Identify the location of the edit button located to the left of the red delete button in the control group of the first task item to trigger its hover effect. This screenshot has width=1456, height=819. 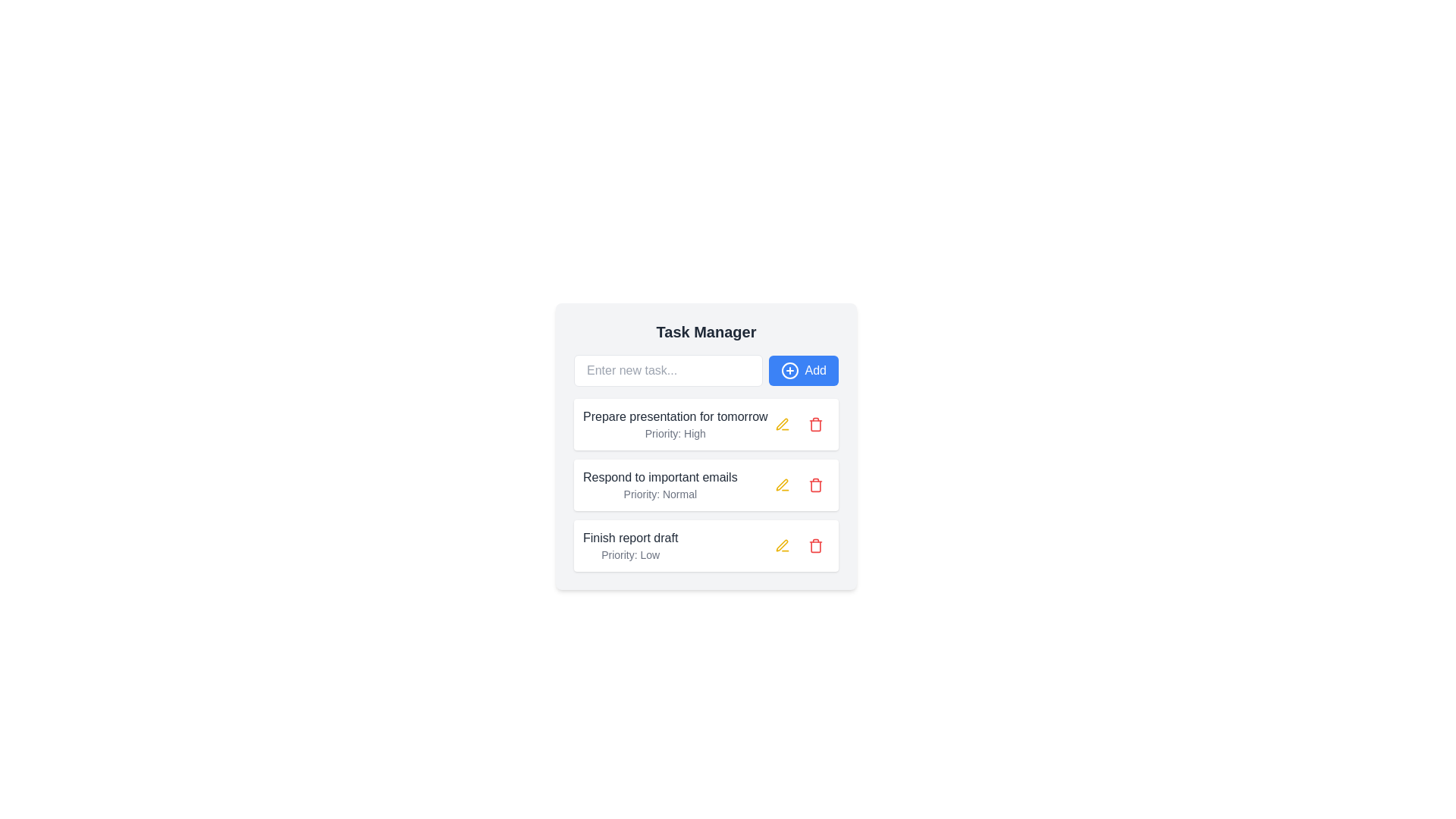
(783, 424).